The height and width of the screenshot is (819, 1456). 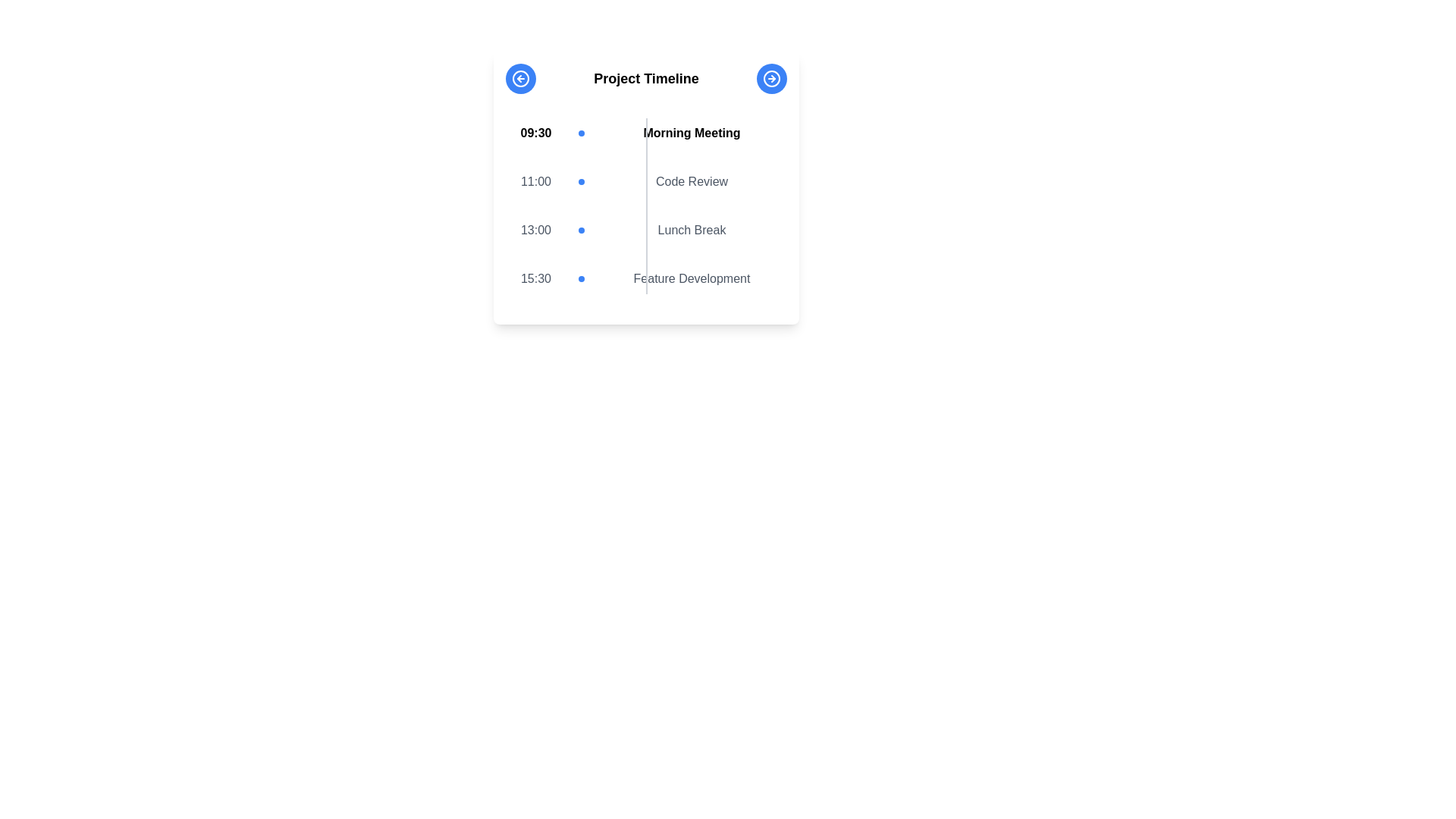 What do you see at coordinates (646, 133) in the screenshot?
I see `the first event in the timeline representing the 'Morning Meeting' scheduled at 09:30` at bounding box center [646, 133].